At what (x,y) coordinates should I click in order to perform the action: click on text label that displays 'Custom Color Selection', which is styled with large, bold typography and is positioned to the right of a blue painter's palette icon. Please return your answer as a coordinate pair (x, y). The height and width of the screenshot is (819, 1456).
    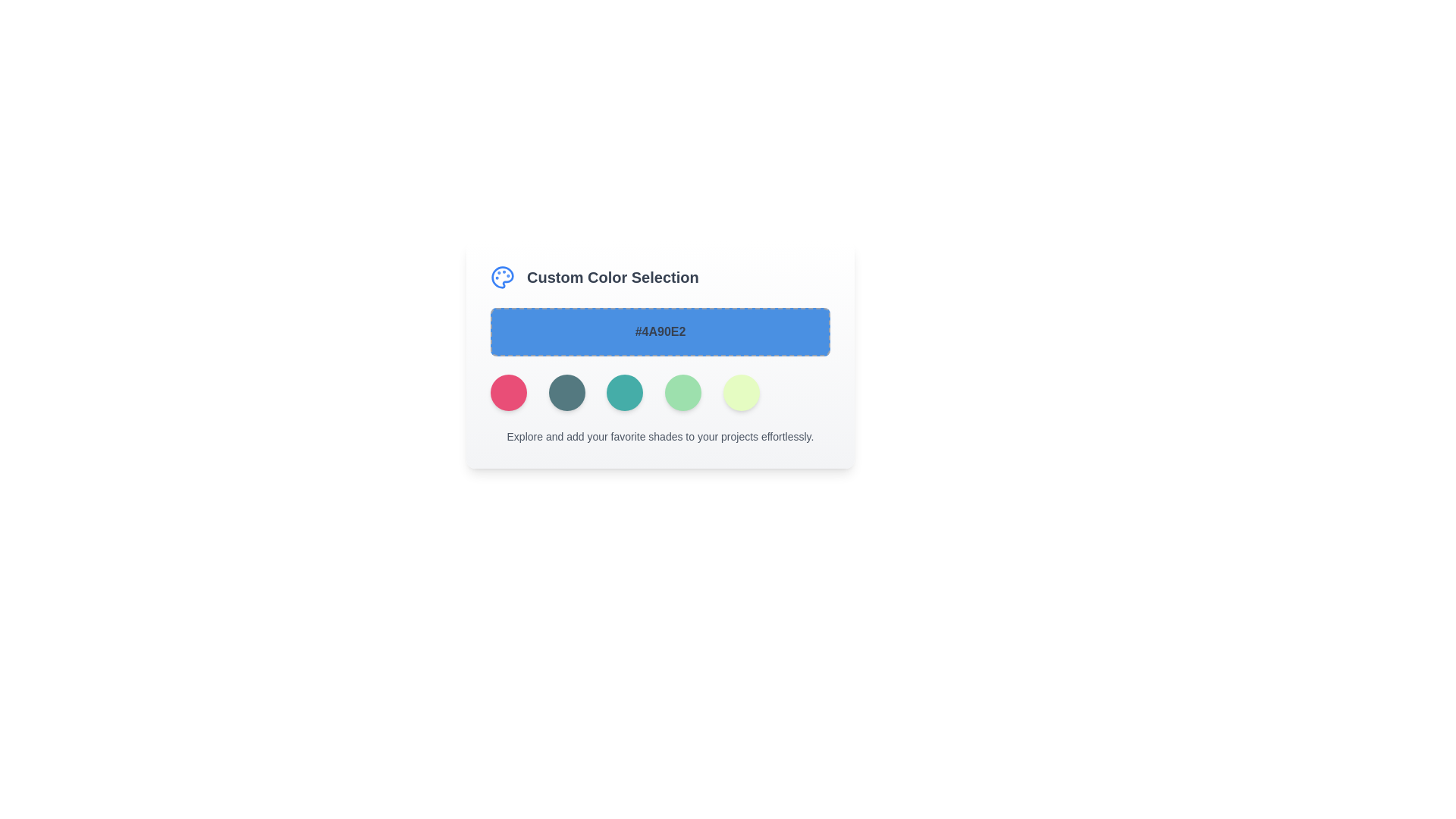
    Looking at the image, I should click on (613, 278).